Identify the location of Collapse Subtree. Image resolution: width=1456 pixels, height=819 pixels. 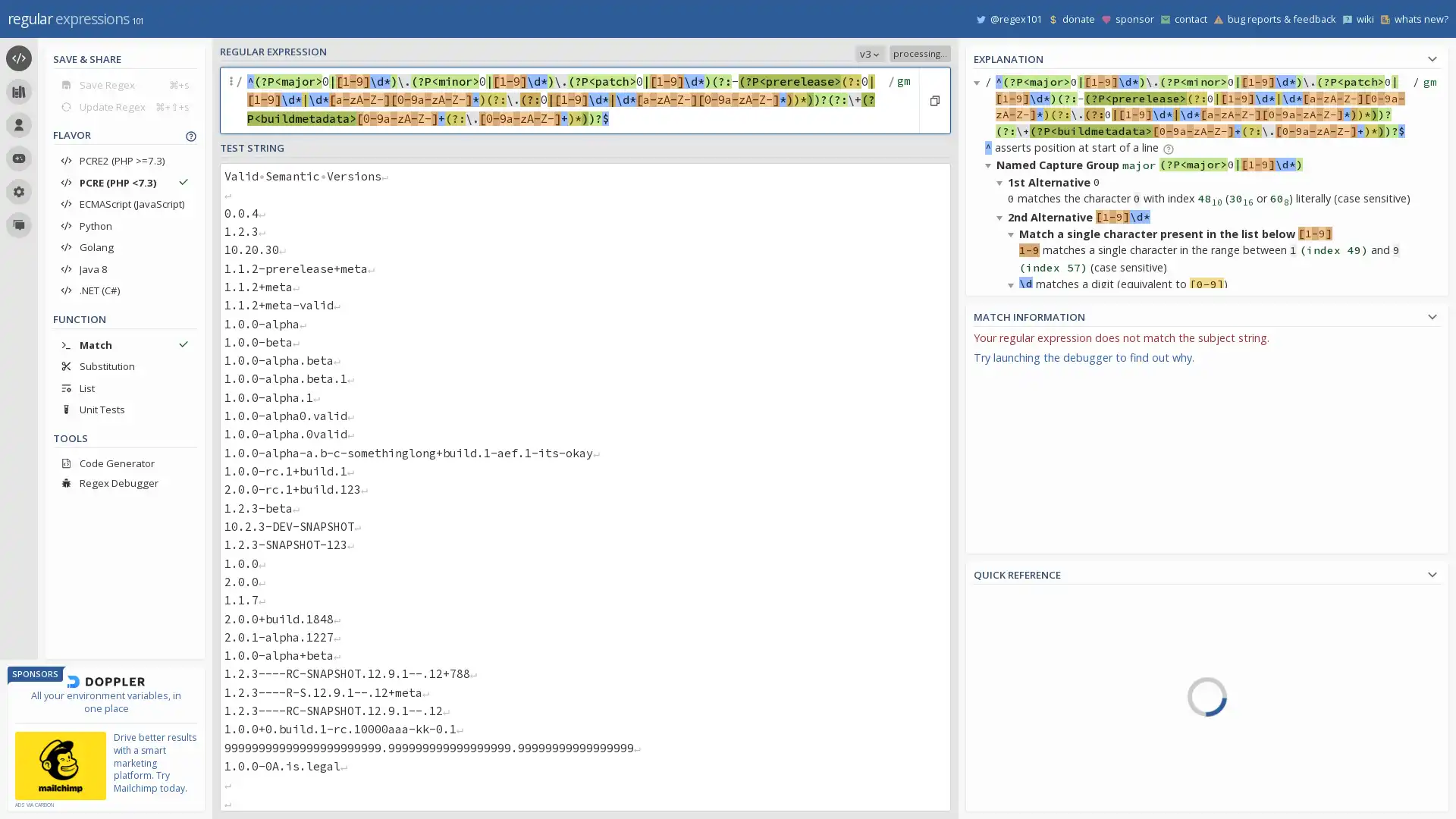
(990, 714).